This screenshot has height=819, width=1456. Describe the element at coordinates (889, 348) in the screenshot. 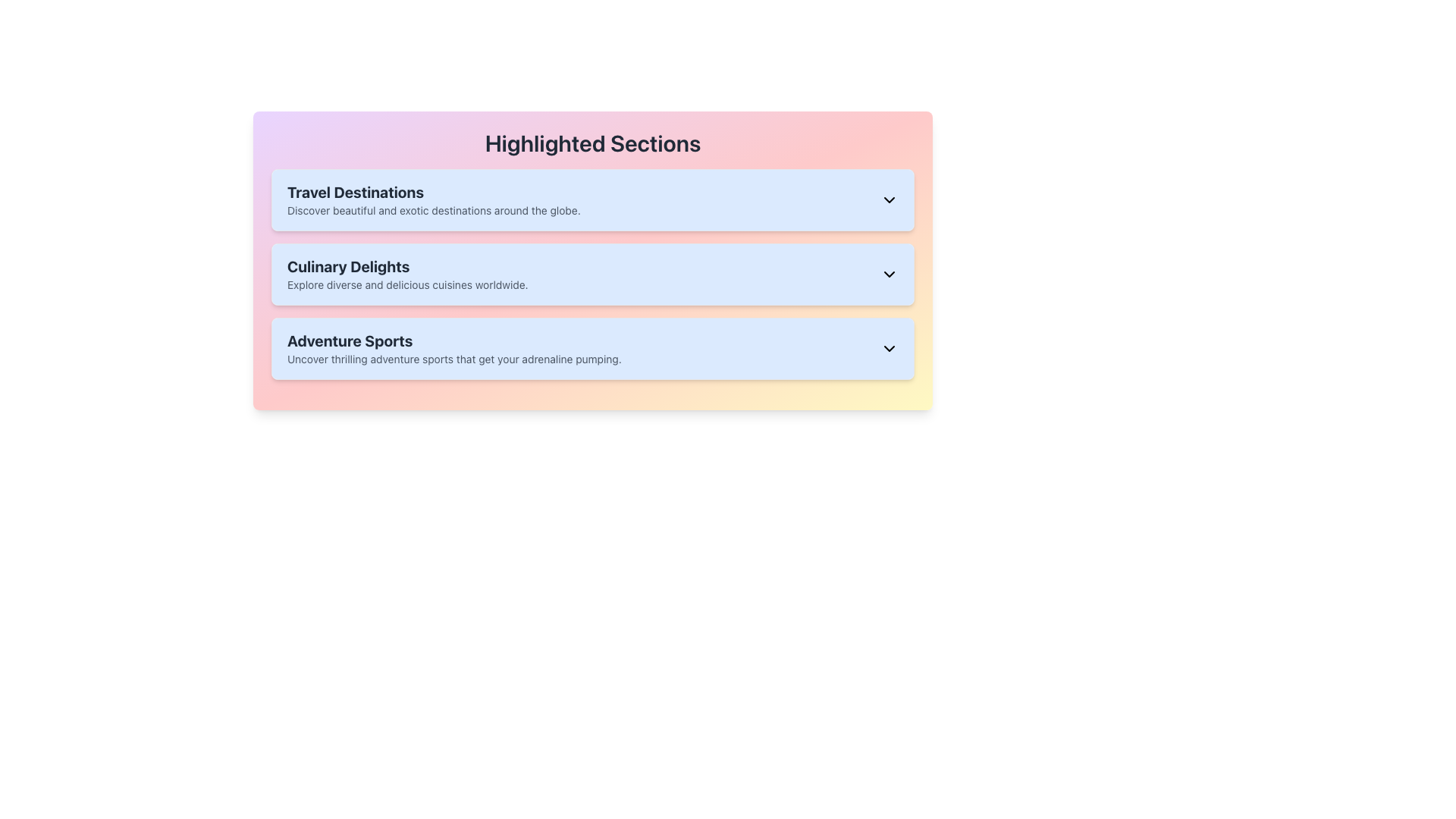

I see `the downward-pointing arrow icon that serves as the Dropdown Indicator in the 'Adventure Sports' section` at that location.